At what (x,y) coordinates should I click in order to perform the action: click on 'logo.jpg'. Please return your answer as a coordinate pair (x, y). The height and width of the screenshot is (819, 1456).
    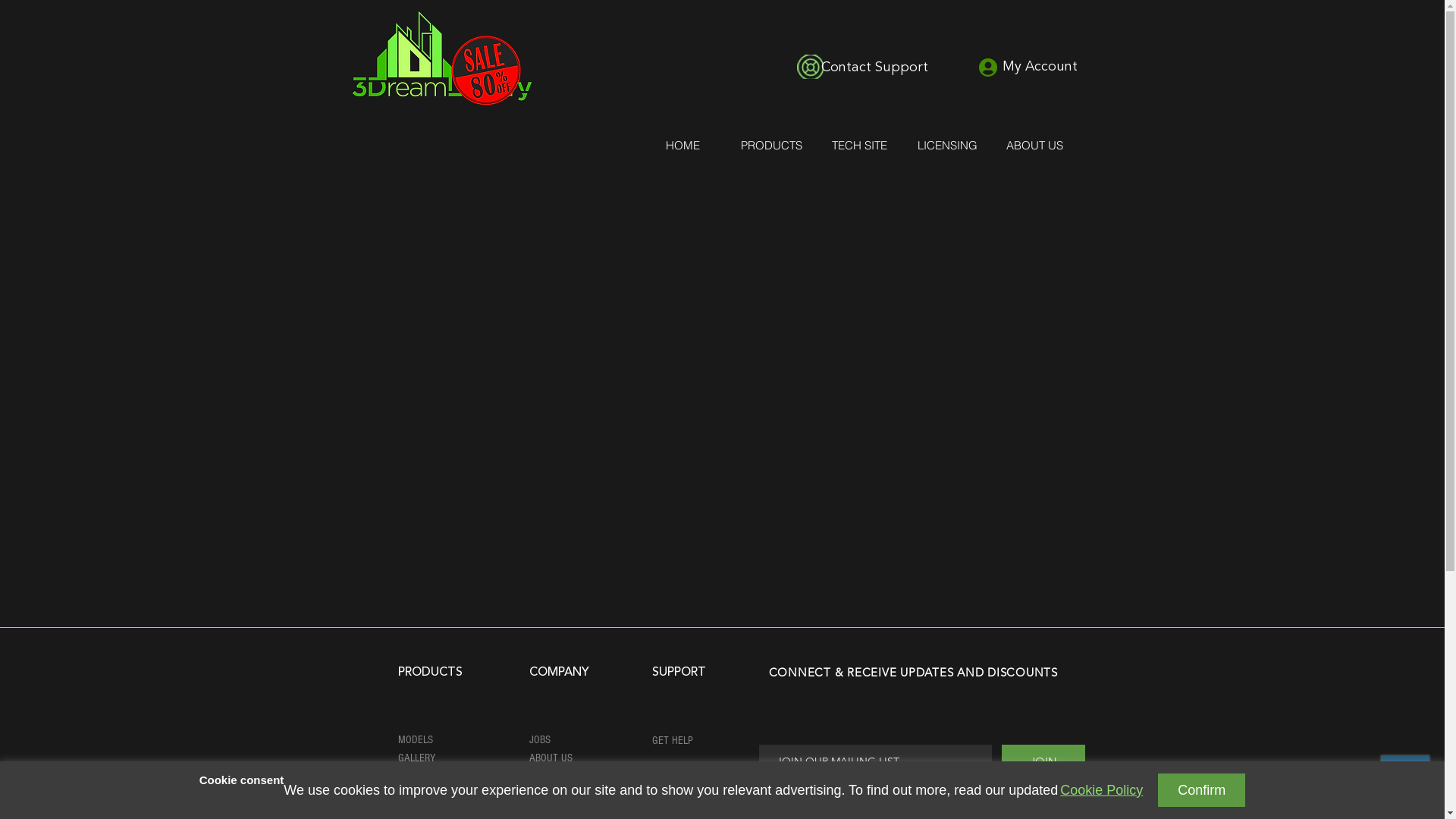
    Looking at the image, I should click on (440, 58).